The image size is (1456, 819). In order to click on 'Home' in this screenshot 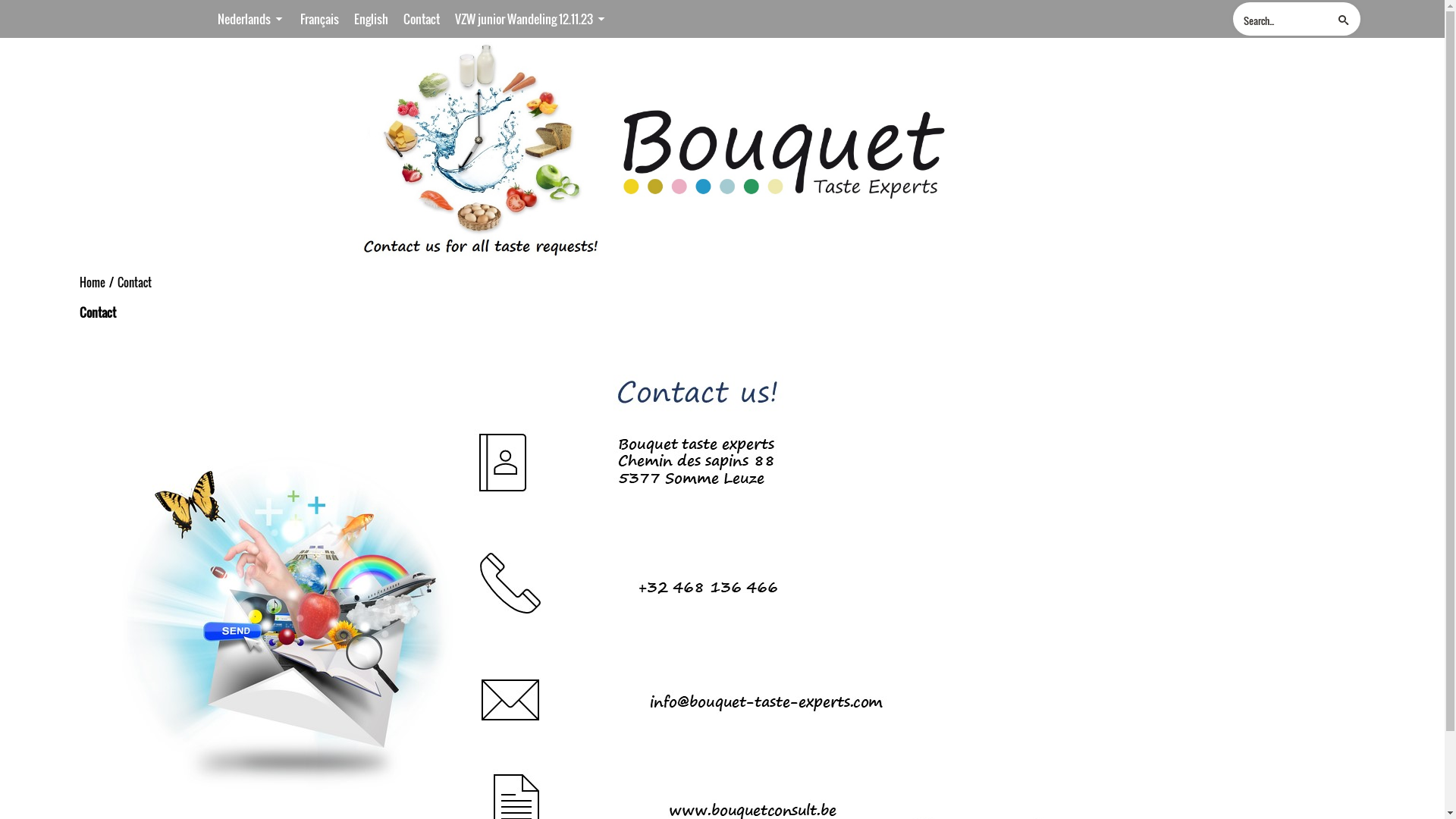, I will do `click(91, 284)`.